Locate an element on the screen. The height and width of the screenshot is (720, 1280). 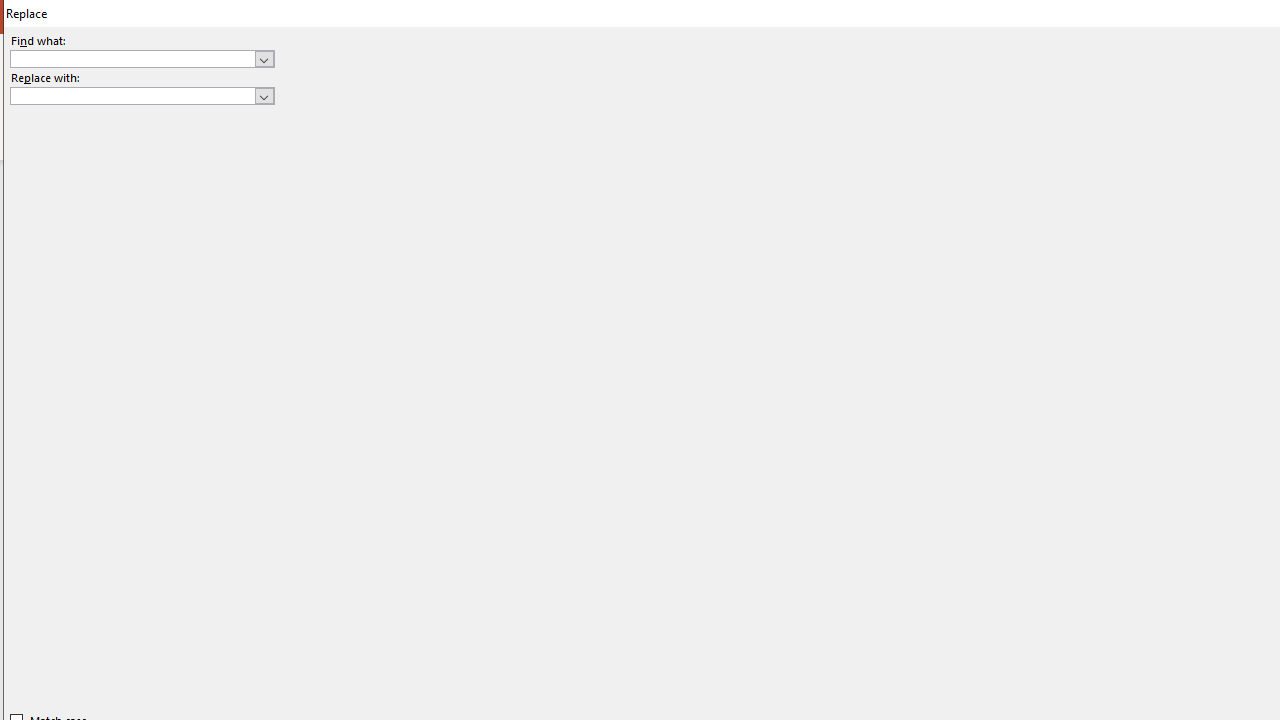
'Replace with' is located at coordinates (132, 95).